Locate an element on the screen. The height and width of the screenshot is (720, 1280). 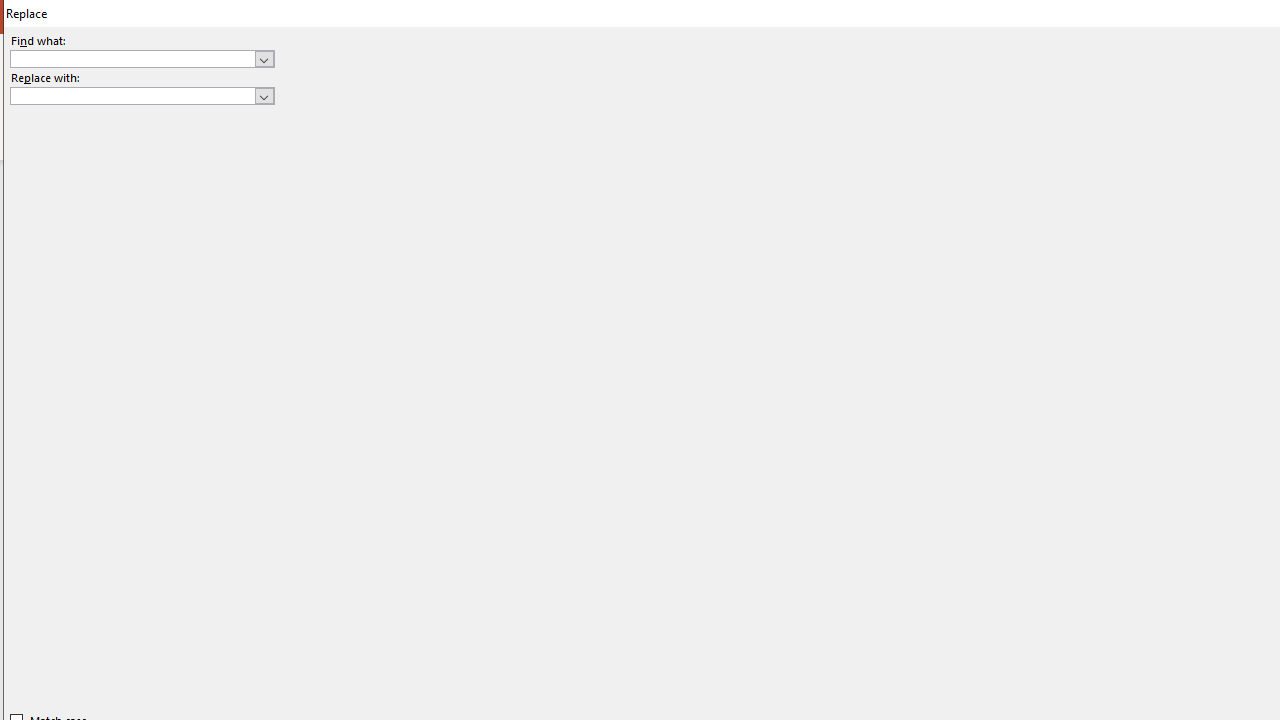
'Replace with' is located at coordinates (132, 95).